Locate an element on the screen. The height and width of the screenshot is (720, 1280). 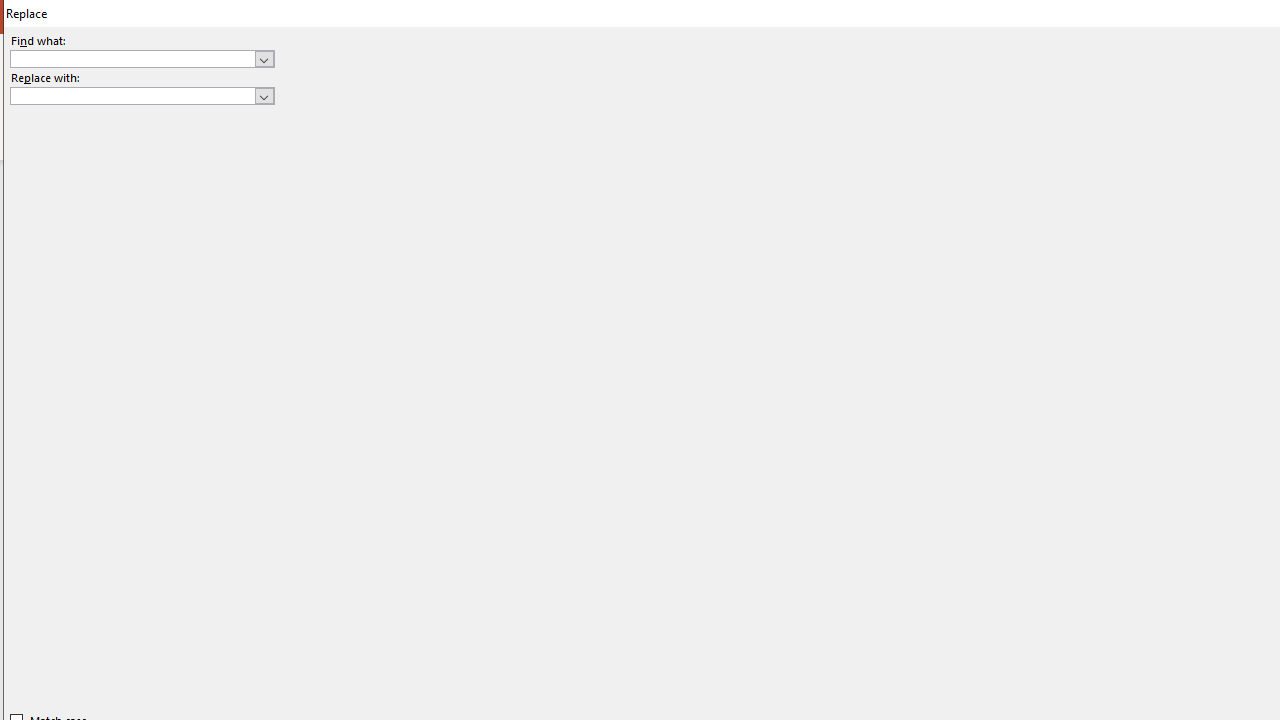
'Replace with' is located at coordinates (132, 95).